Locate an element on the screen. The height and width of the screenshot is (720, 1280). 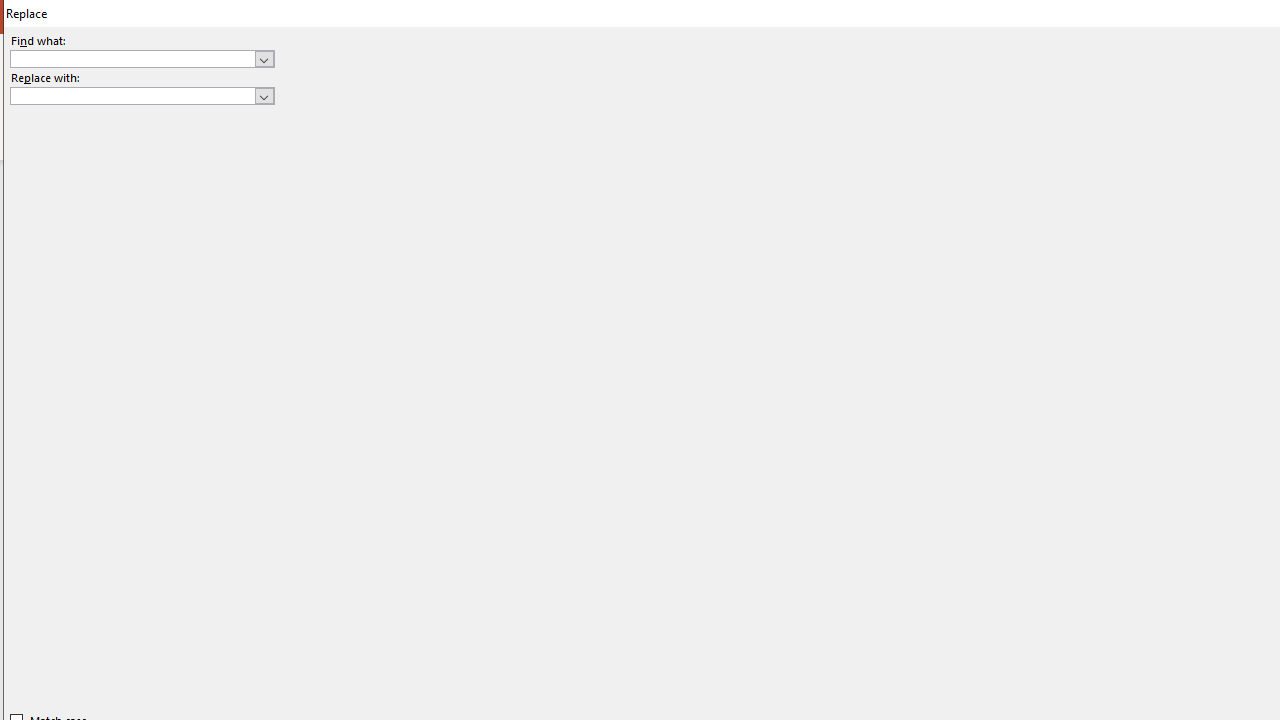
'Replace with' is located at coordinates (132, 95).